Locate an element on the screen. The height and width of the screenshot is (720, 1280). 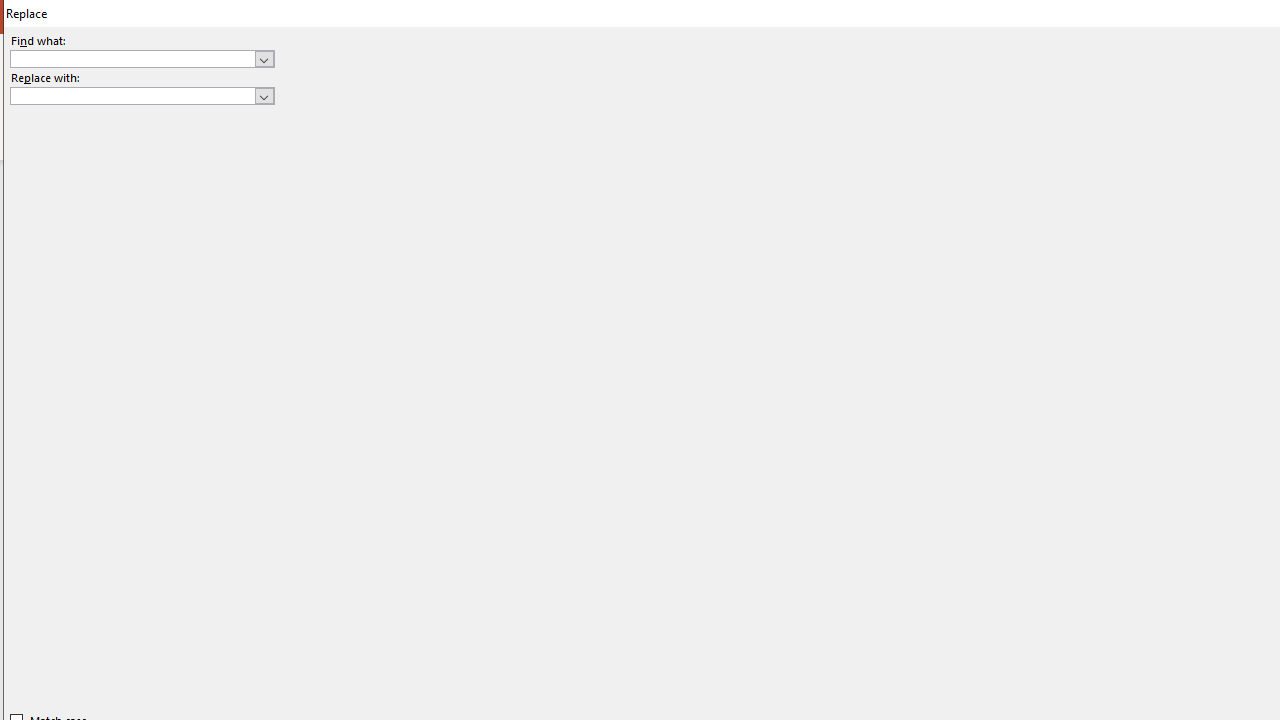
'Replace with' is located at coordinates (132, 95).